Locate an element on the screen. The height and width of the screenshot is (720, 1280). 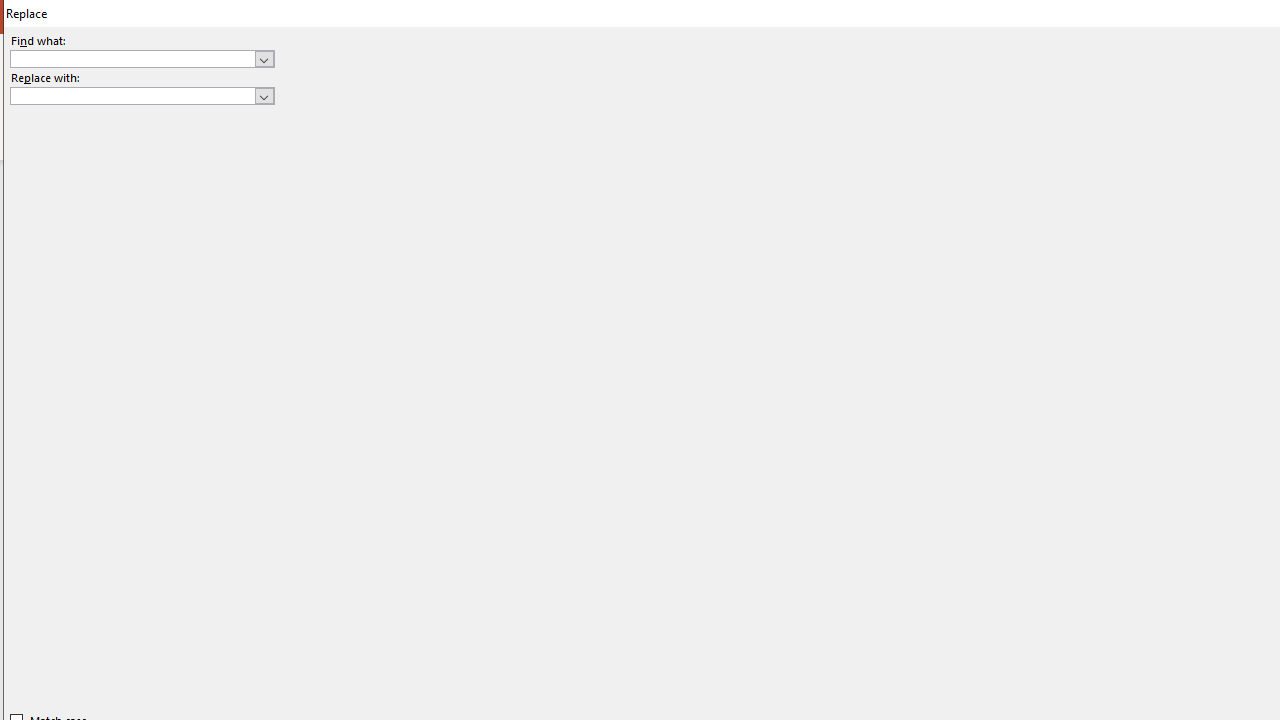
'Replace with' is located at coordinates (132, 95).